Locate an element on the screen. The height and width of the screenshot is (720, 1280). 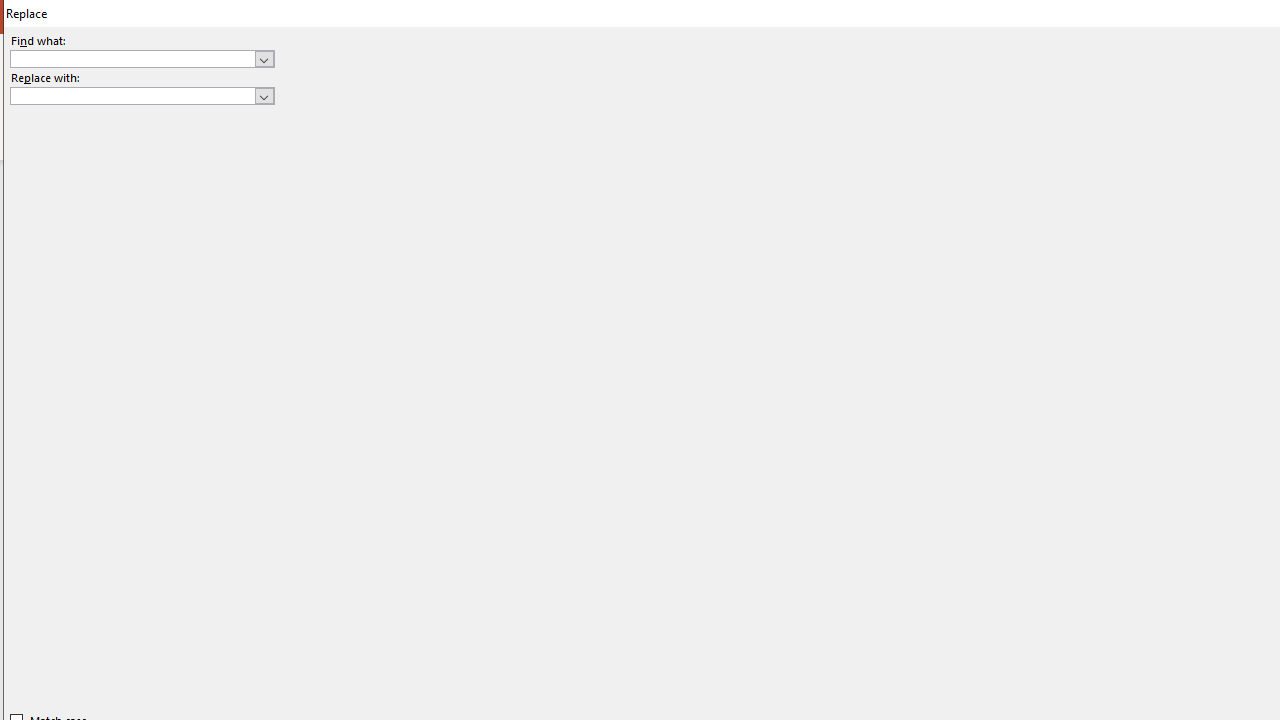
'Replace with' is located at coordinates (132, 95).